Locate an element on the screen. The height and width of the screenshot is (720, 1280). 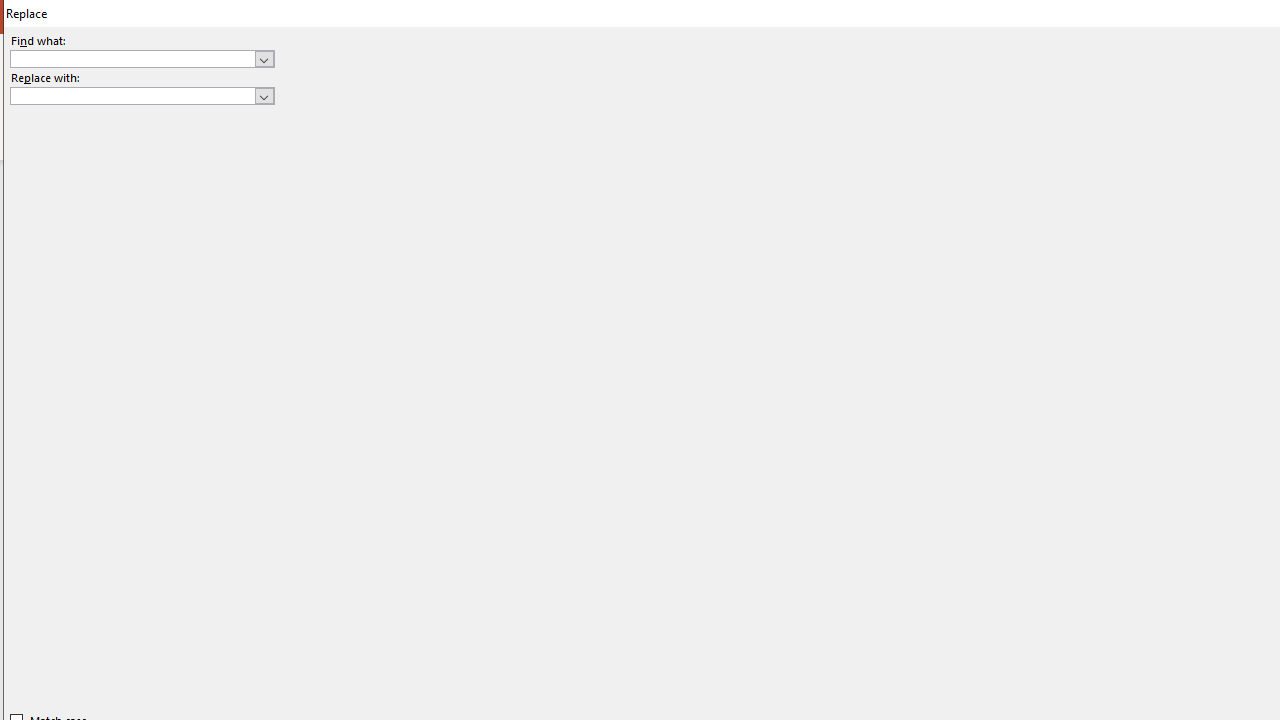
'Replace with' is located at coordinates (132, 95).